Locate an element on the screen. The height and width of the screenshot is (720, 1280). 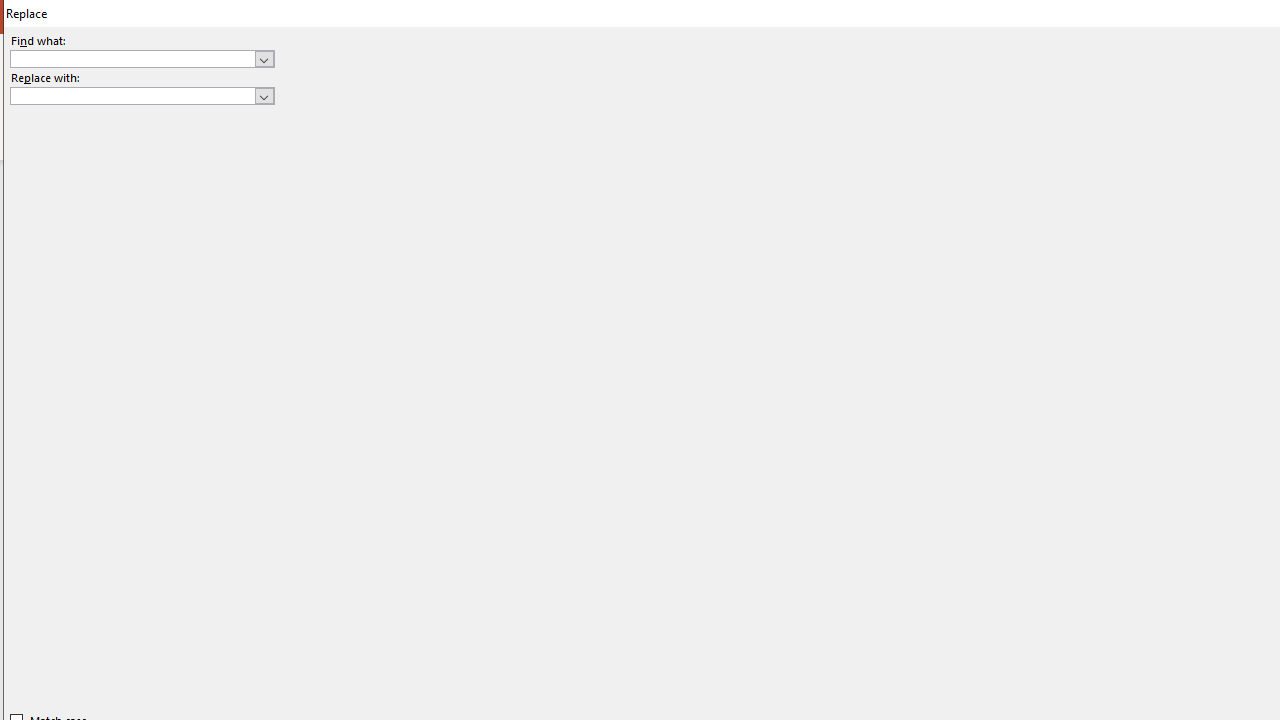
'Replace with' is located at coordinates (132, 95).